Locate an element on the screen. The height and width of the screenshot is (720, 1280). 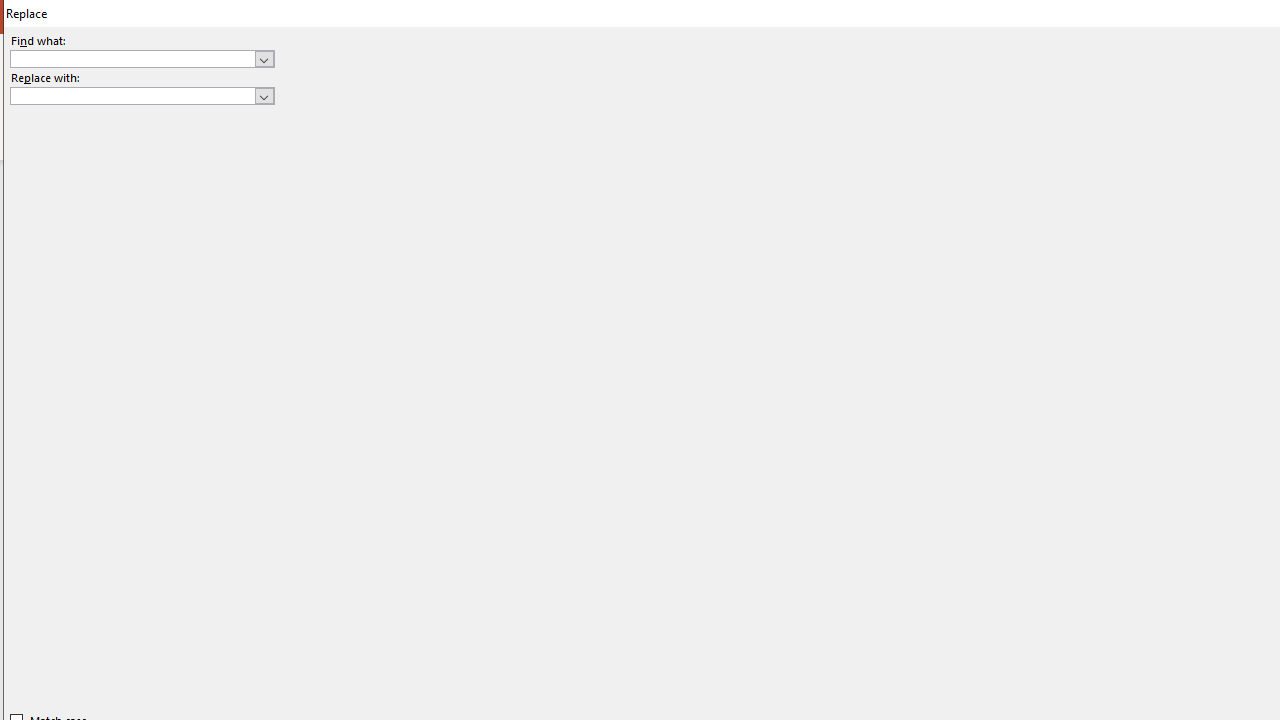
'Replace with' is located at coordinates (132, 95).